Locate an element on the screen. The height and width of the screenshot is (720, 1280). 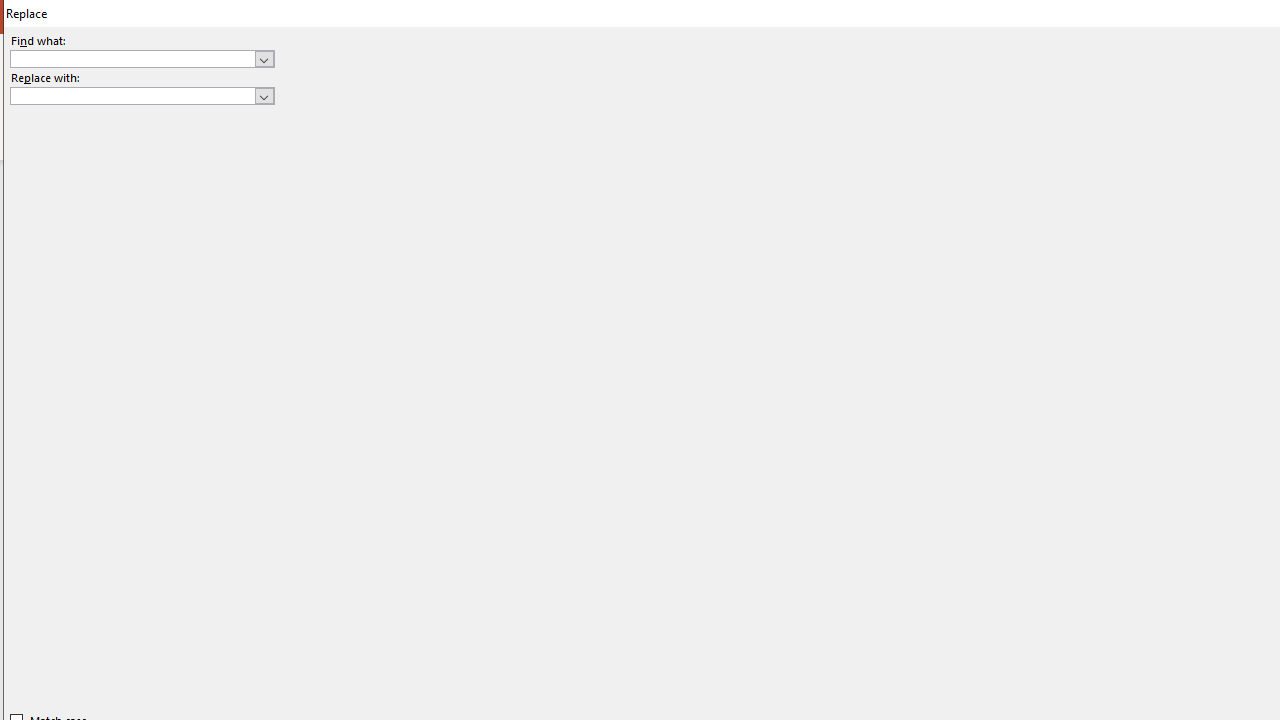
'Replace with' is located at coordinates (132, 95).